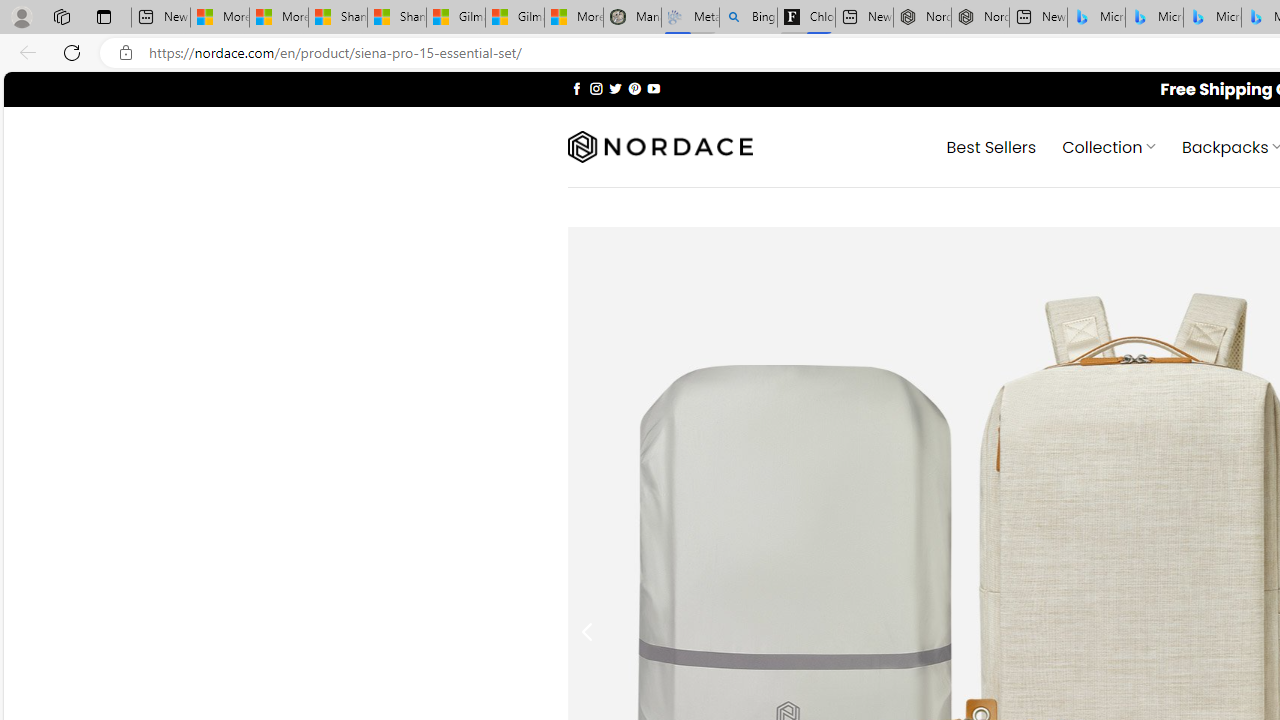 This screenshot has height=720, width=1280. Describe the element at coordinates (515, 17) in the screenshot. I see `'Gilma and Hector both pose tropical trouble for Hawaii'` at that location.